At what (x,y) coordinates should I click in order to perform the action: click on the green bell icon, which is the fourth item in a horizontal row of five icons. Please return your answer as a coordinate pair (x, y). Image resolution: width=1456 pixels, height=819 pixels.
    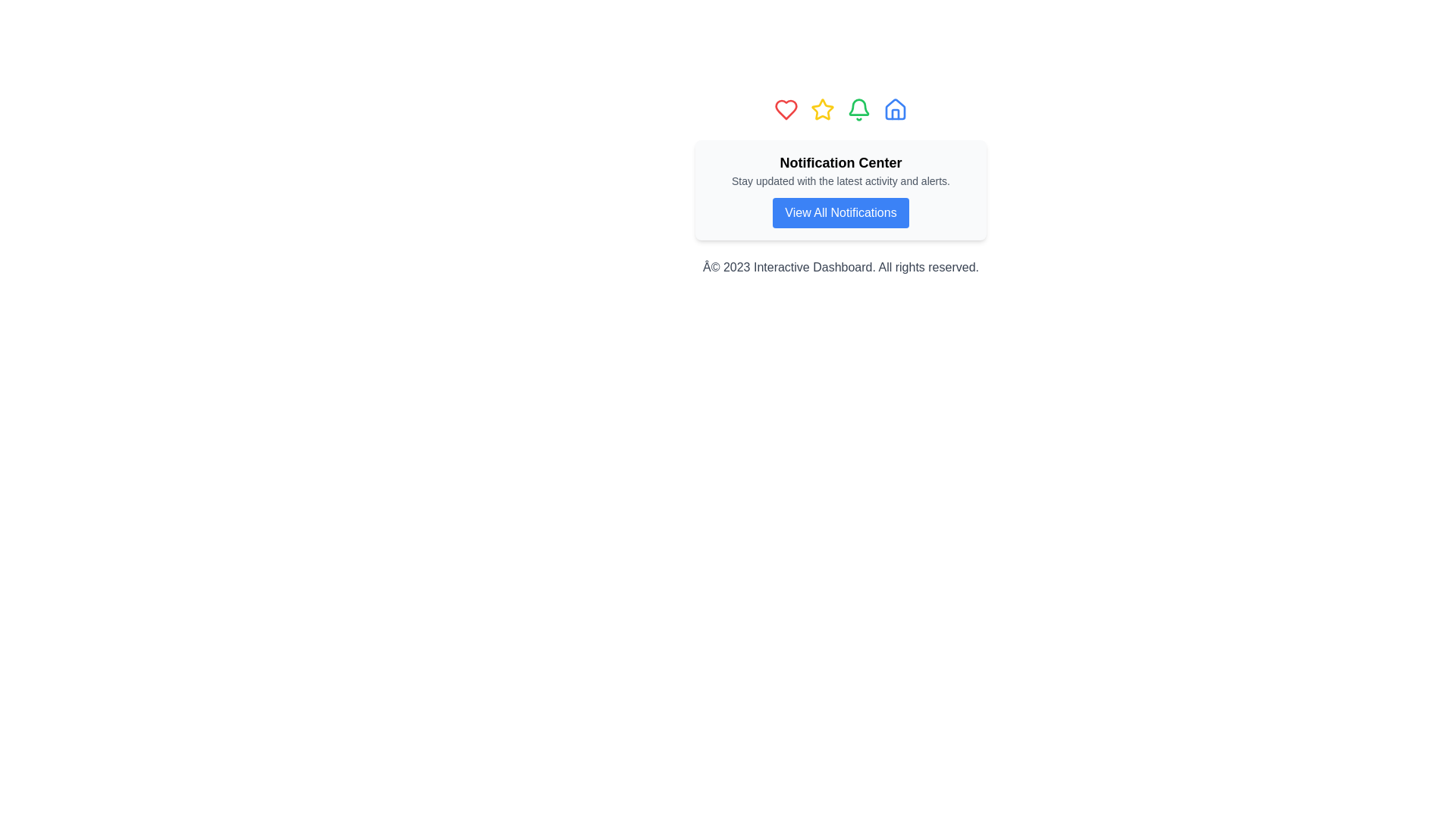
    Looking at the image, I should click on (858, 109).